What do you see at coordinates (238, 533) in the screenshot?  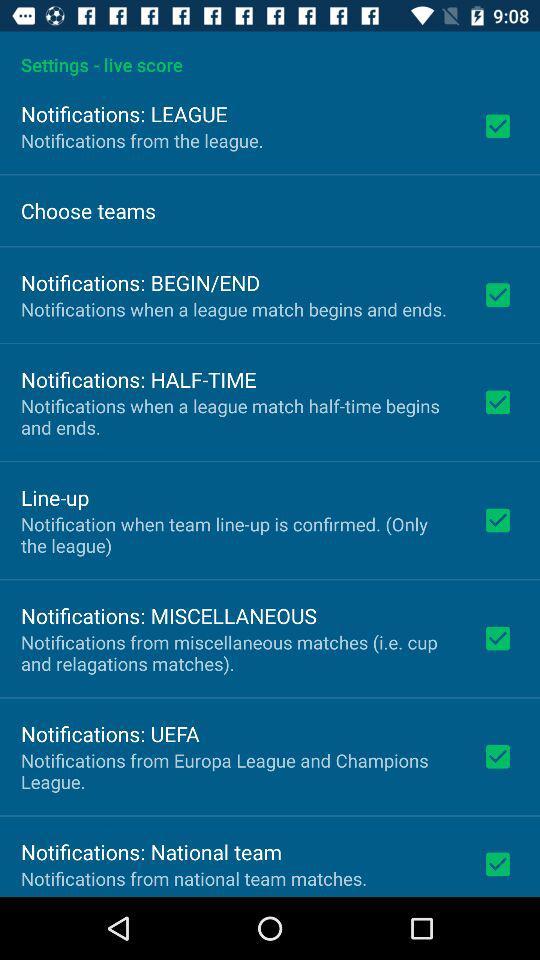 I see `item above notifications: miscellaneous icon` at bounding box center [238, 533].